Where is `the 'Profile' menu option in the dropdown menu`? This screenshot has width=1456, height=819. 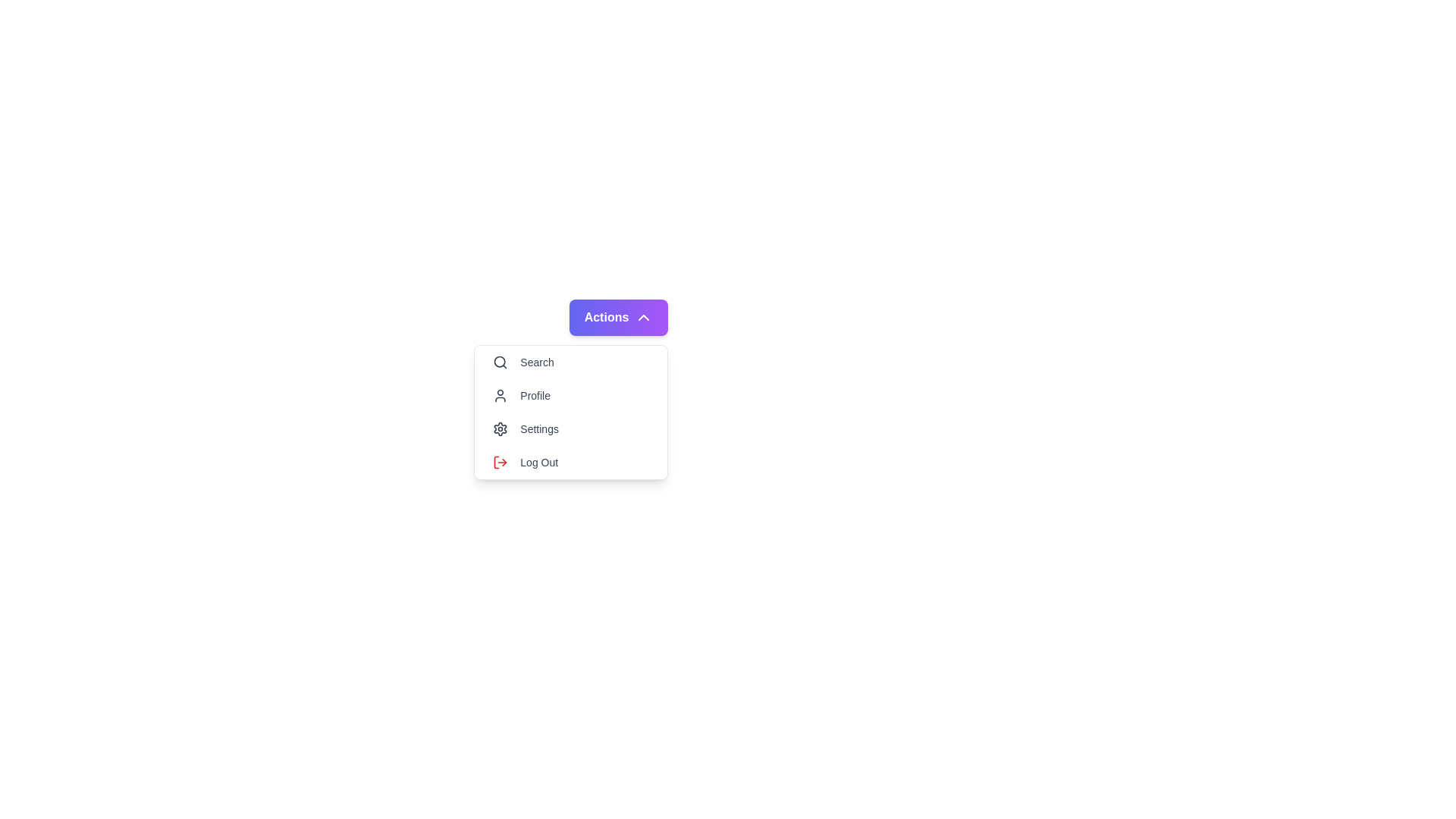
the 'Profile' menu option in the dropdown menu is located at coordinates (535, 394).